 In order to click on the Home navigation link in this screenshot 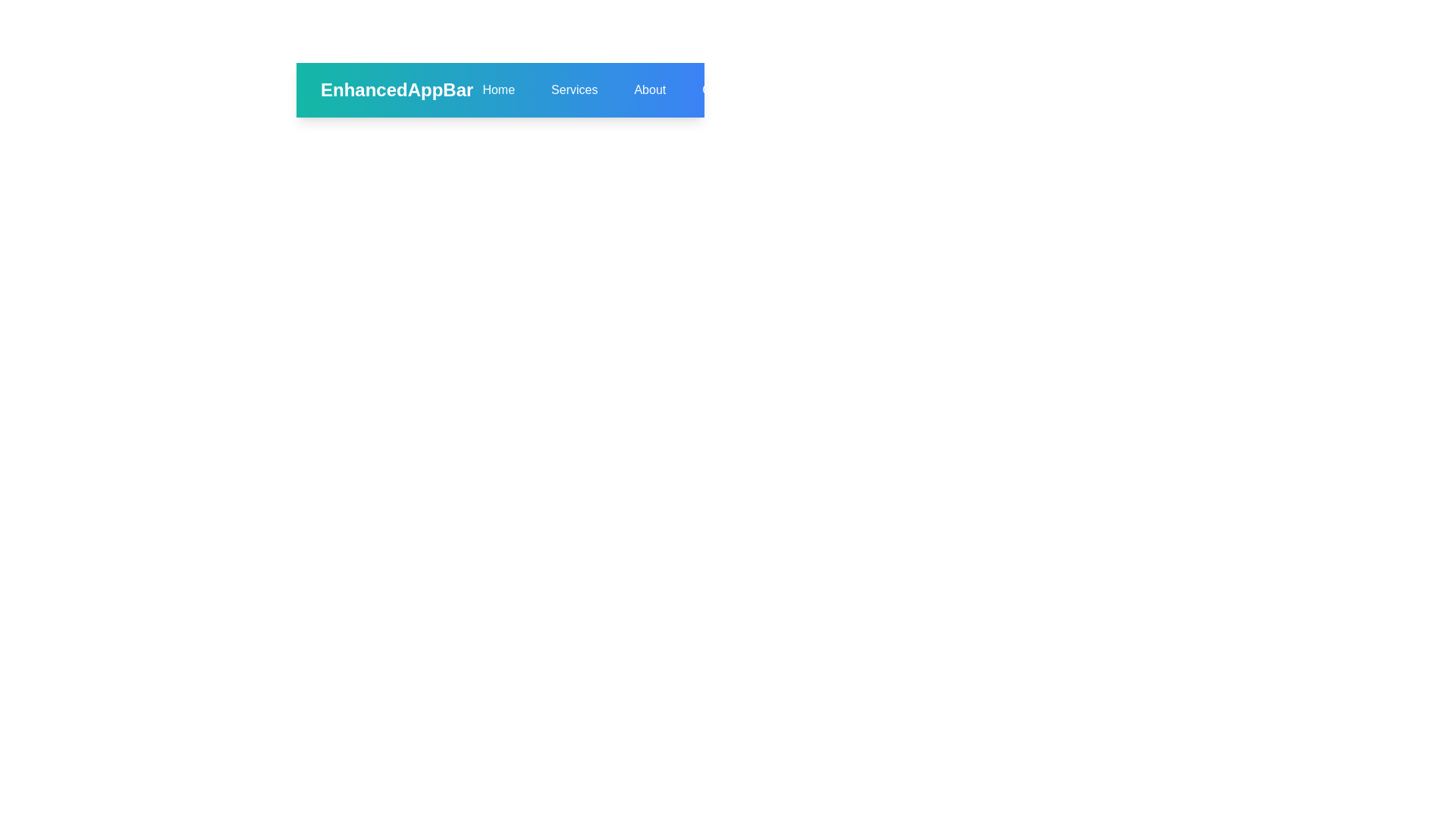, I will do `click(498, 90)`.